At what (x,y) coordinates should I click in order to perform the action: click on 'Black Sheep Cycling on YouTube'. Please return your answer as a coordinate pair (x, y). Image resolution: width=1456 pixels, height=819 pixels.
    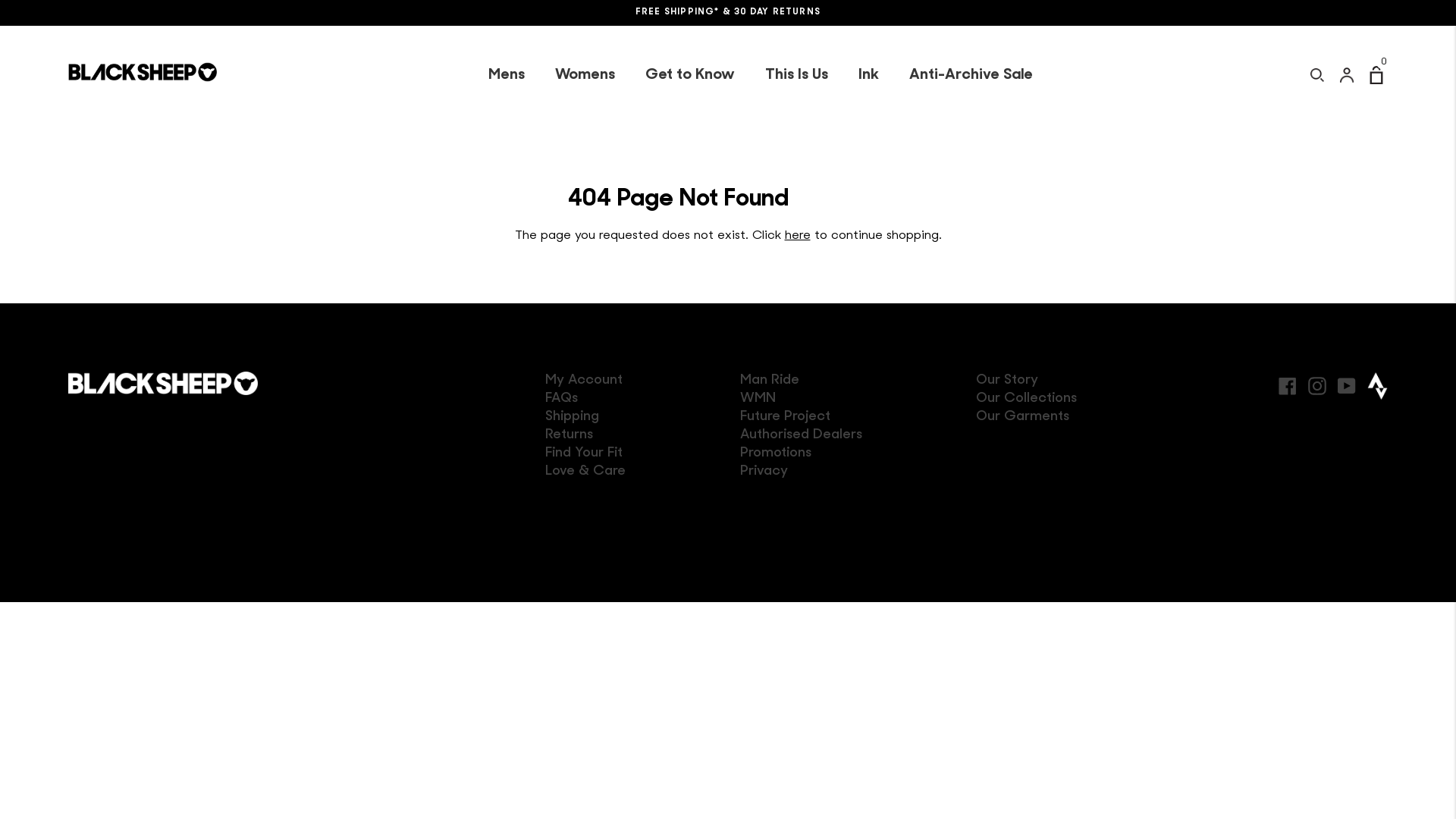
    Looking at the image, I should click on (1347, 383).